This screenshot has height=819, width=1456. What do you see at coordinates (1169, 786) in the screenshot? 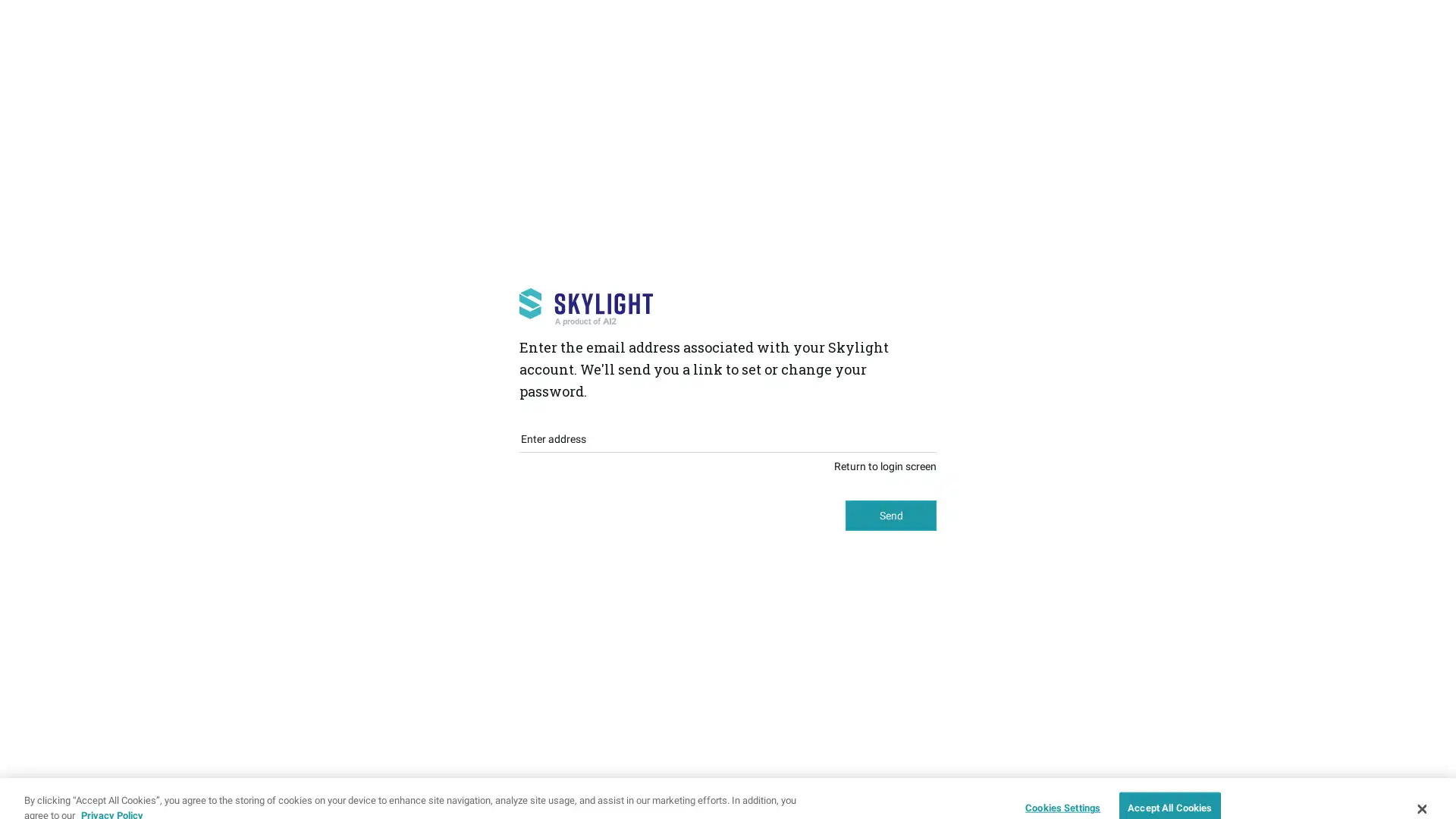
I see `Accept All Cookies` at bounding box center [1169, 786].